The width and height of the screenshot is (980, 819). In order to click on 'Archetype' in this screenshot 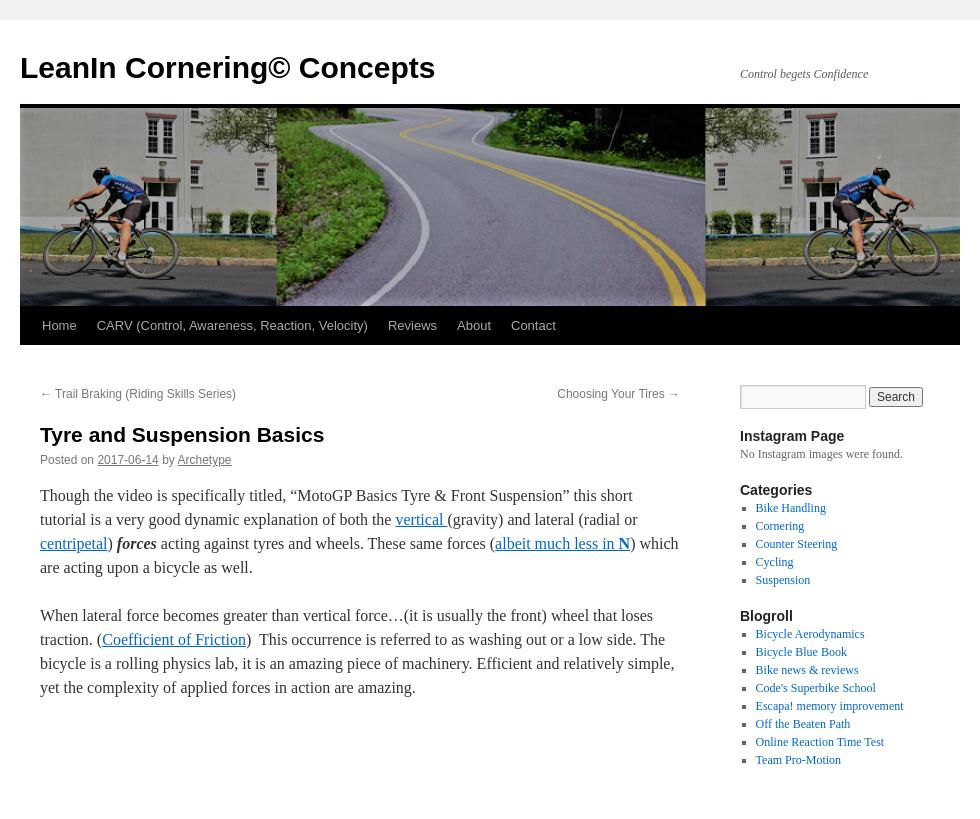, I will do `click(204, 460)`.